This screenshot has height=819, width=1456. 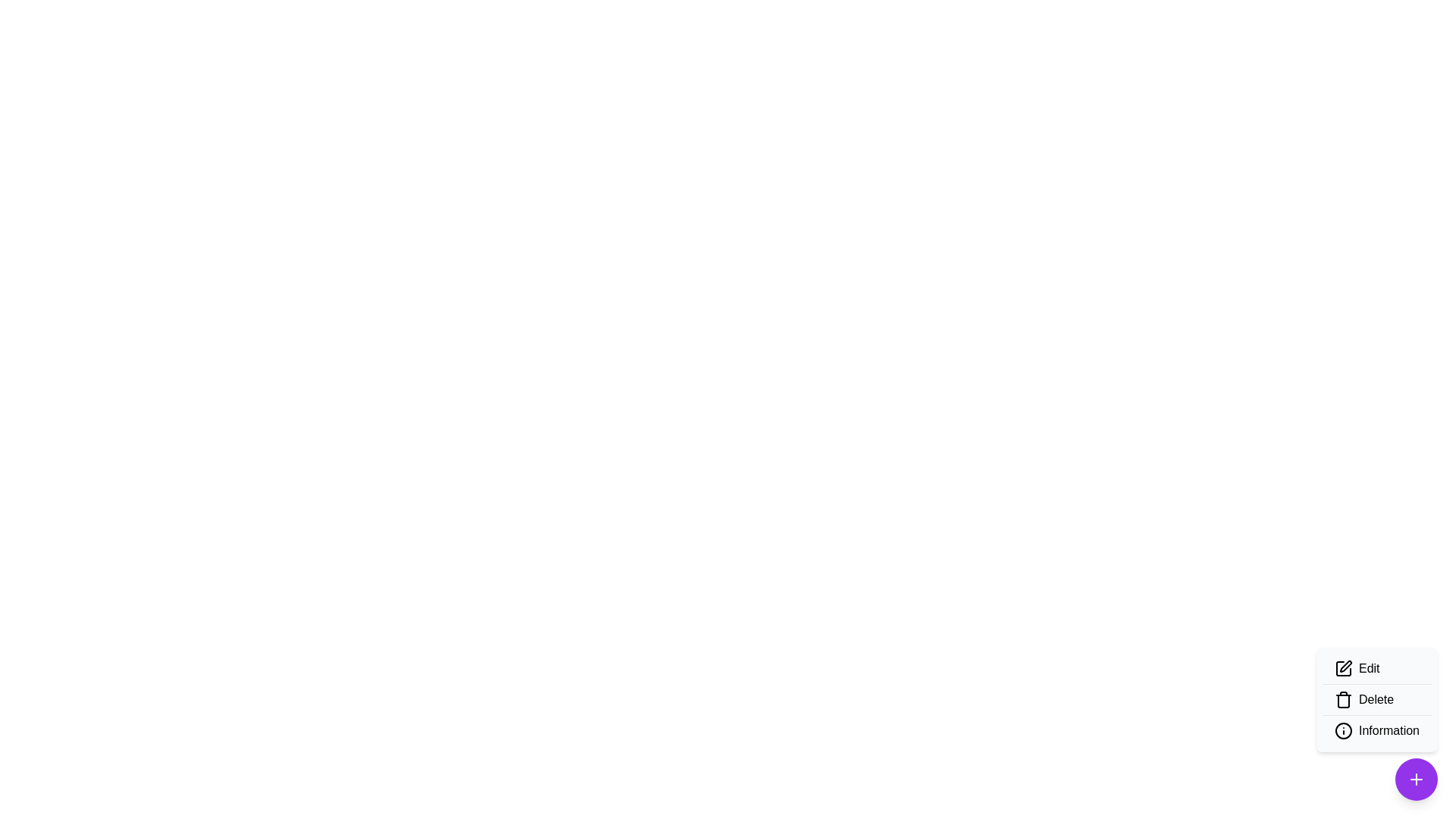 I want to click on on the 'Information' text label located at the bottom-right corner of the dropdown menu, which is styled in bold and positioned beside an information icon, so click(x=1389, y=730).